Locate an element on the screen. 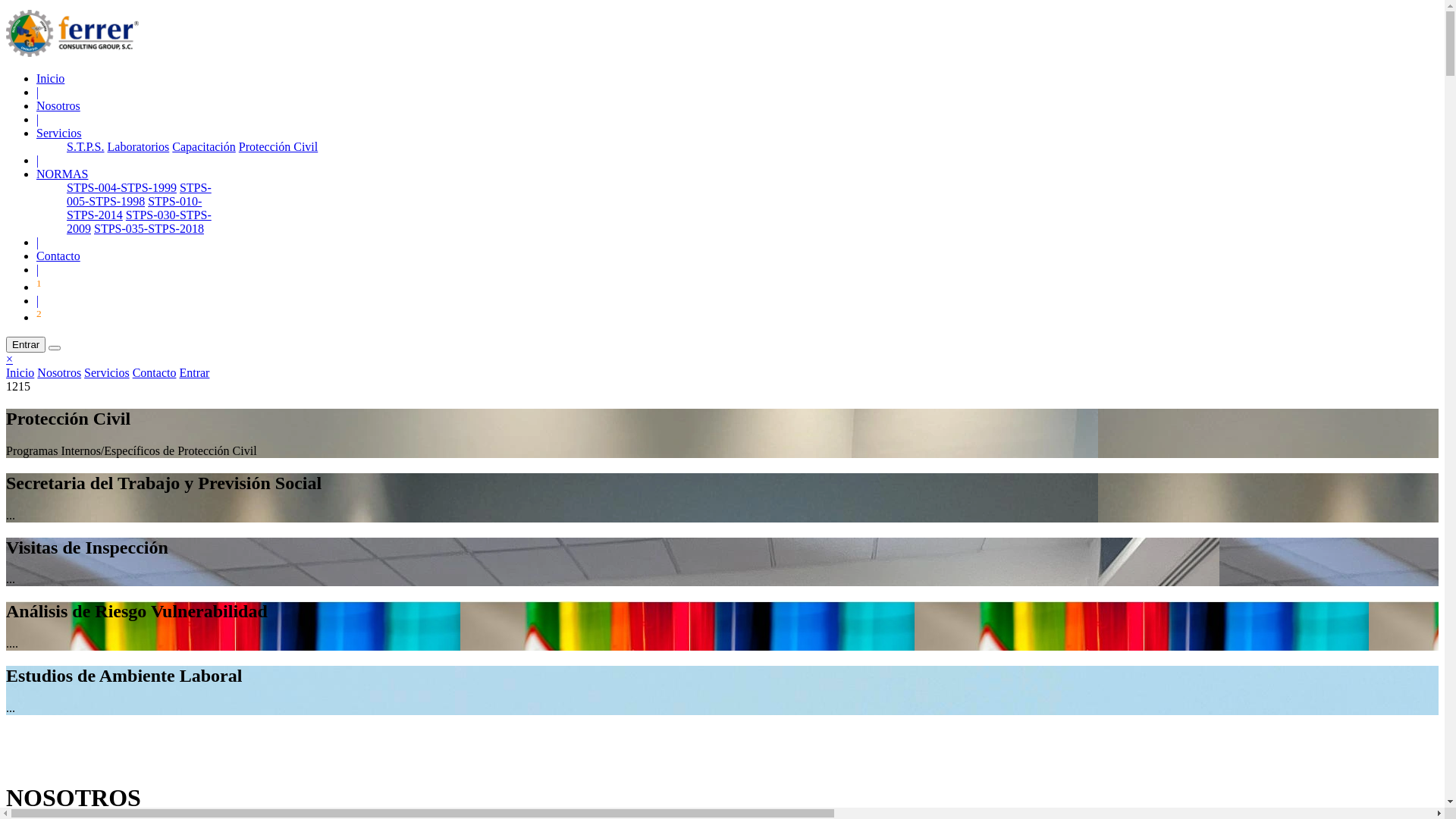 The width and height of the screenshot is (1456, 819). '|' is located at coordinates (37, 92).